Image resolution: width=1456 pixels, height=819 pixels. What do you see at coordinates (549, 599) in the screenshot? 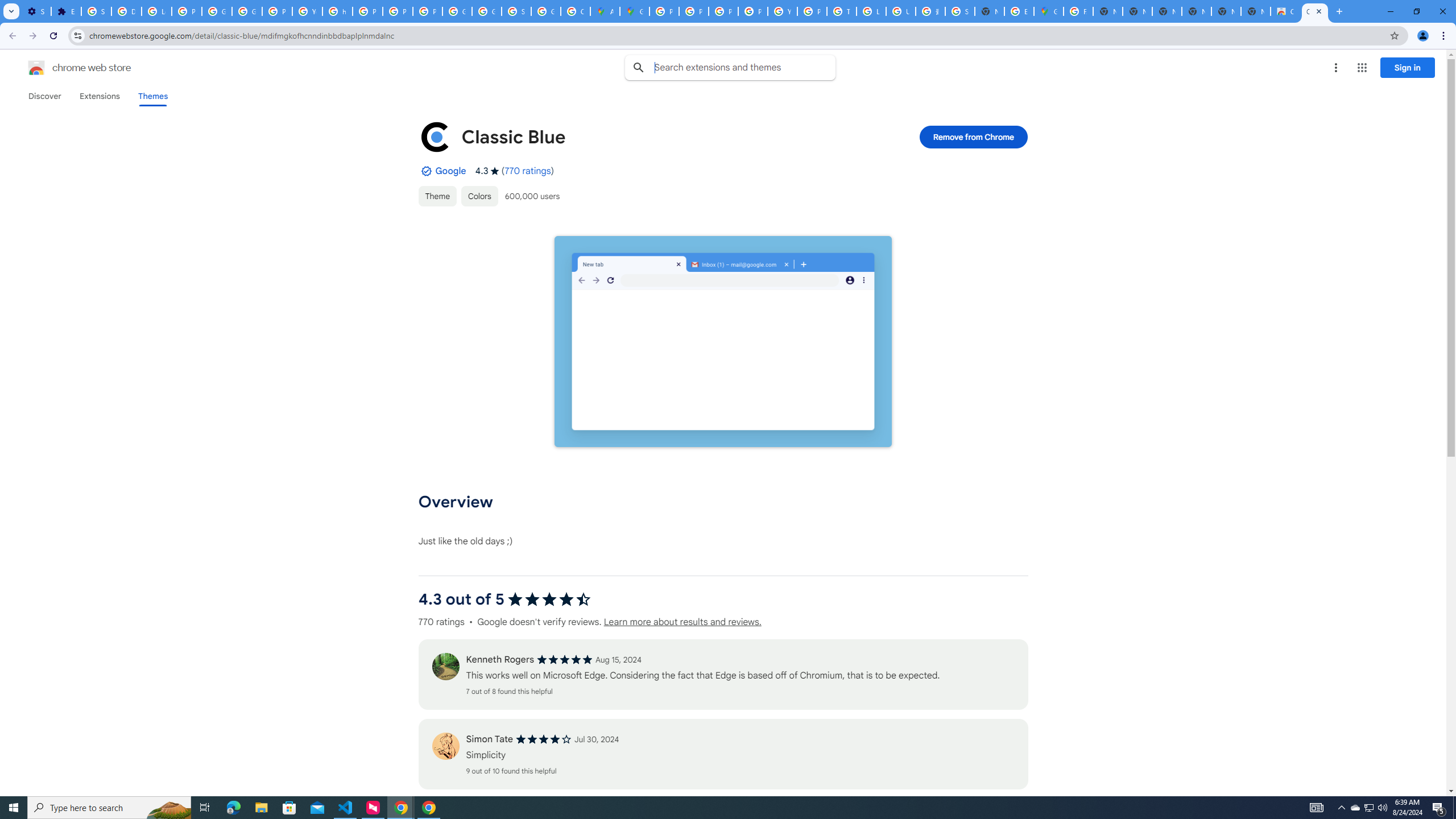
I see `'4.3 out of 5 stars'` at bounding box center [549, 599].